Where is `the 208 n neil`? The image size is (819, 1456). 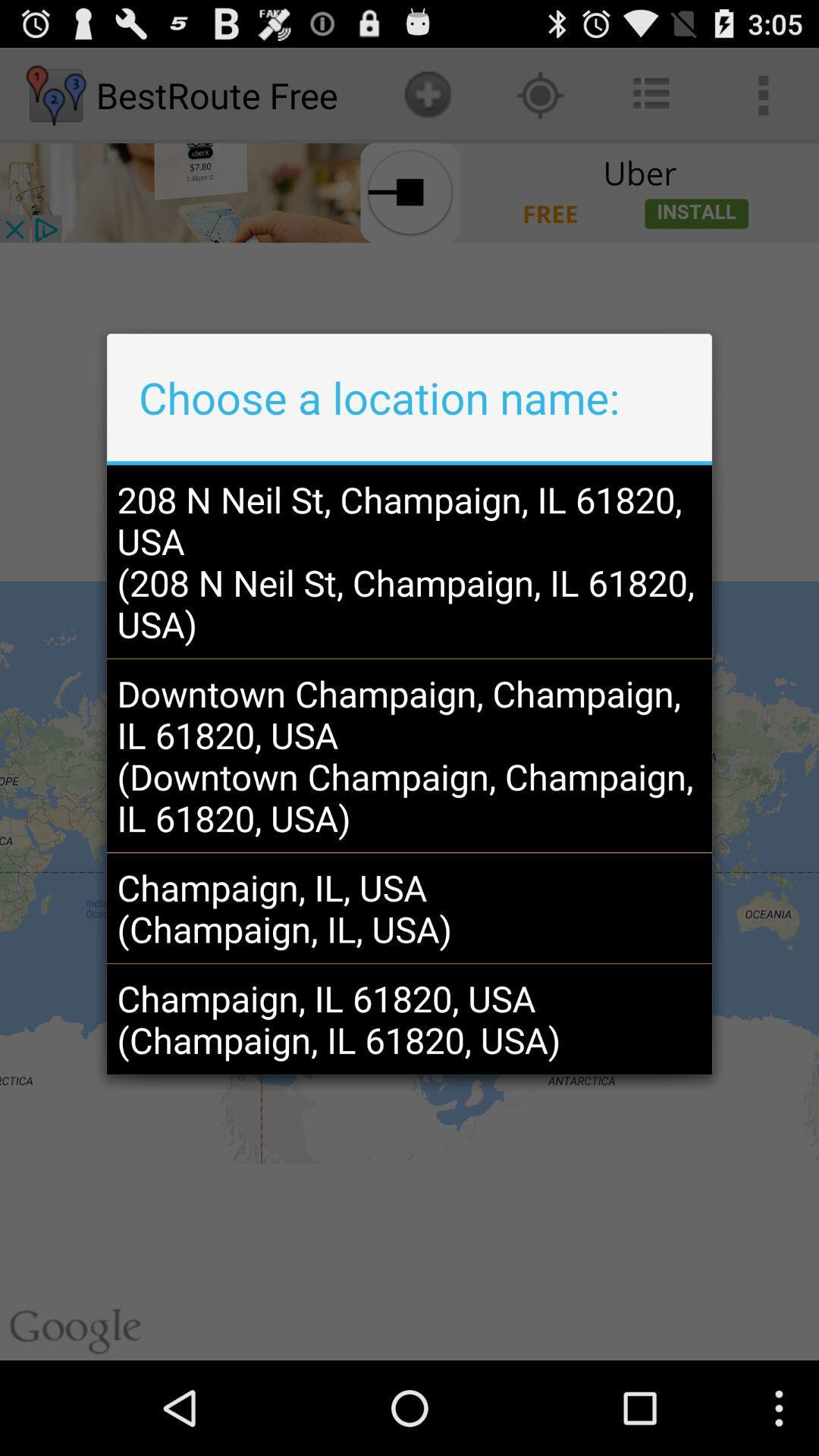 the 208 n neil is located at coordinates (409, 560).